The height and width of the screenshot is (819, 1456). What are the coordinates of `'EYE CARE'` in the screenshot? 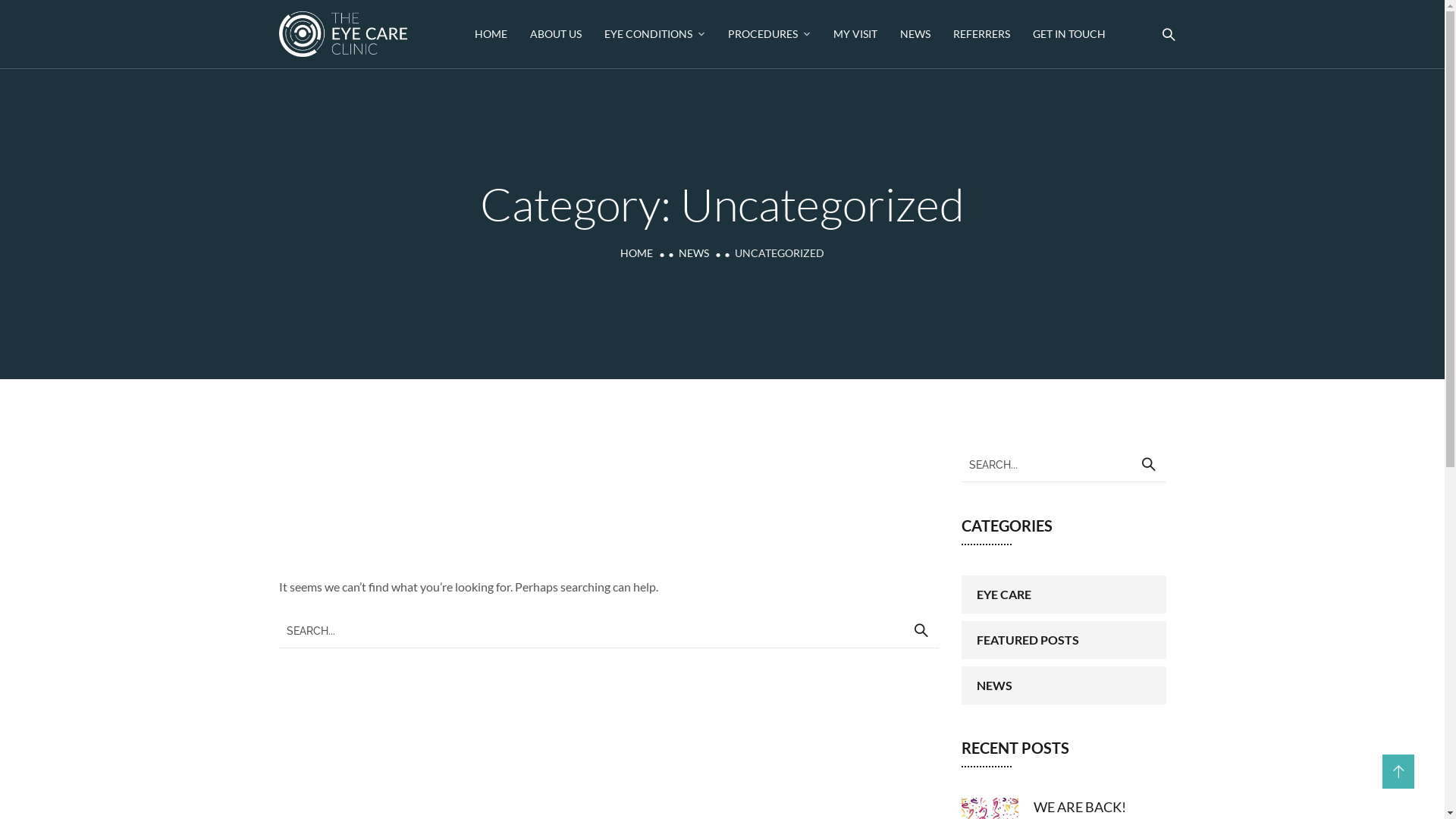 It's located at (1062, 593).